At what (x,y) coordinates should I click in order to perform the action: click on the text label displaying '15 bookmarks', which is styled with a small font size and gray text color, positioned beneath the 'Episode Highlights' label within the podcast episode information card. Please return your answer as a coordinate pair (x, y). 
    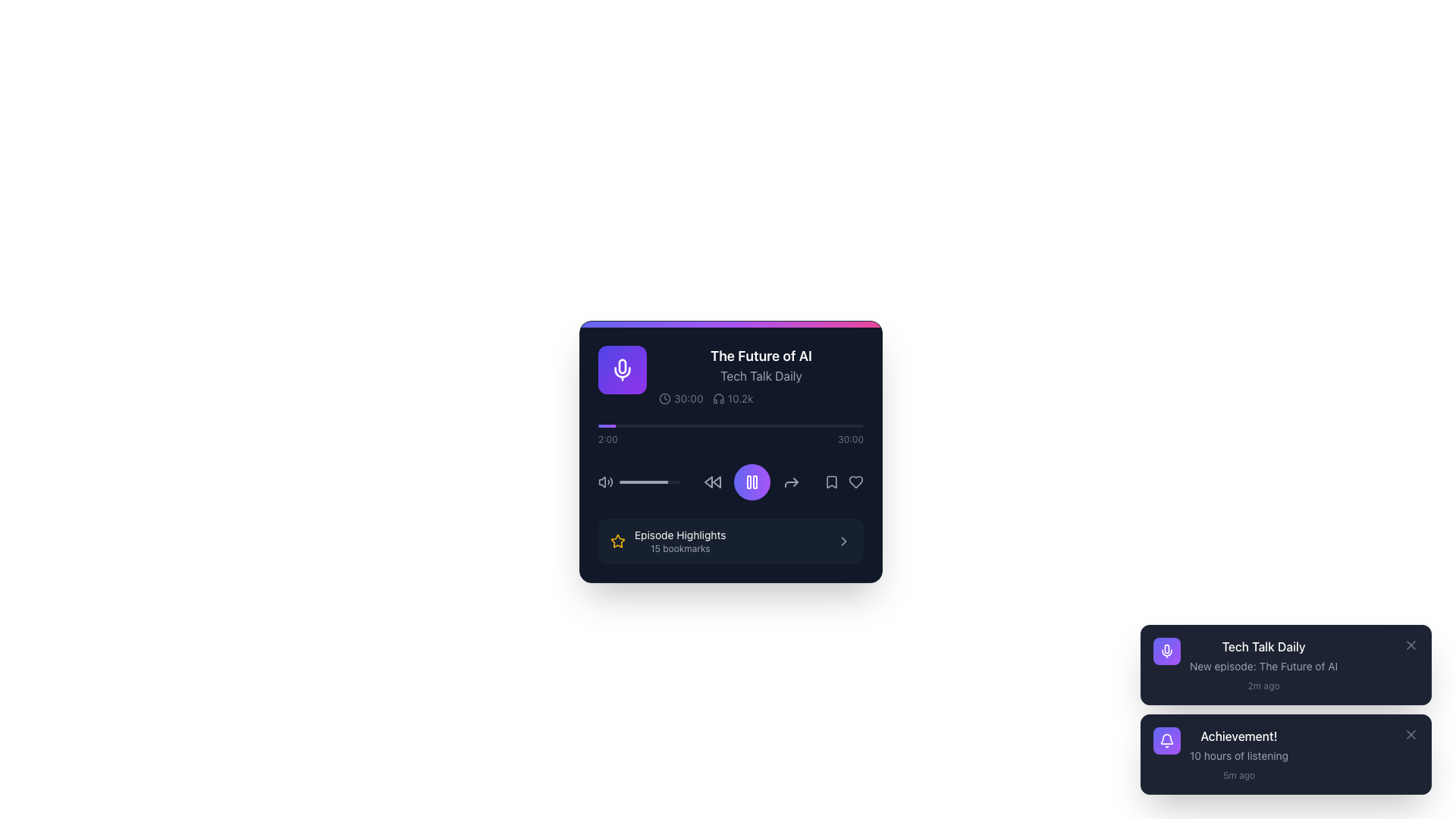
    Looking at the image, I should click on (679, 549).